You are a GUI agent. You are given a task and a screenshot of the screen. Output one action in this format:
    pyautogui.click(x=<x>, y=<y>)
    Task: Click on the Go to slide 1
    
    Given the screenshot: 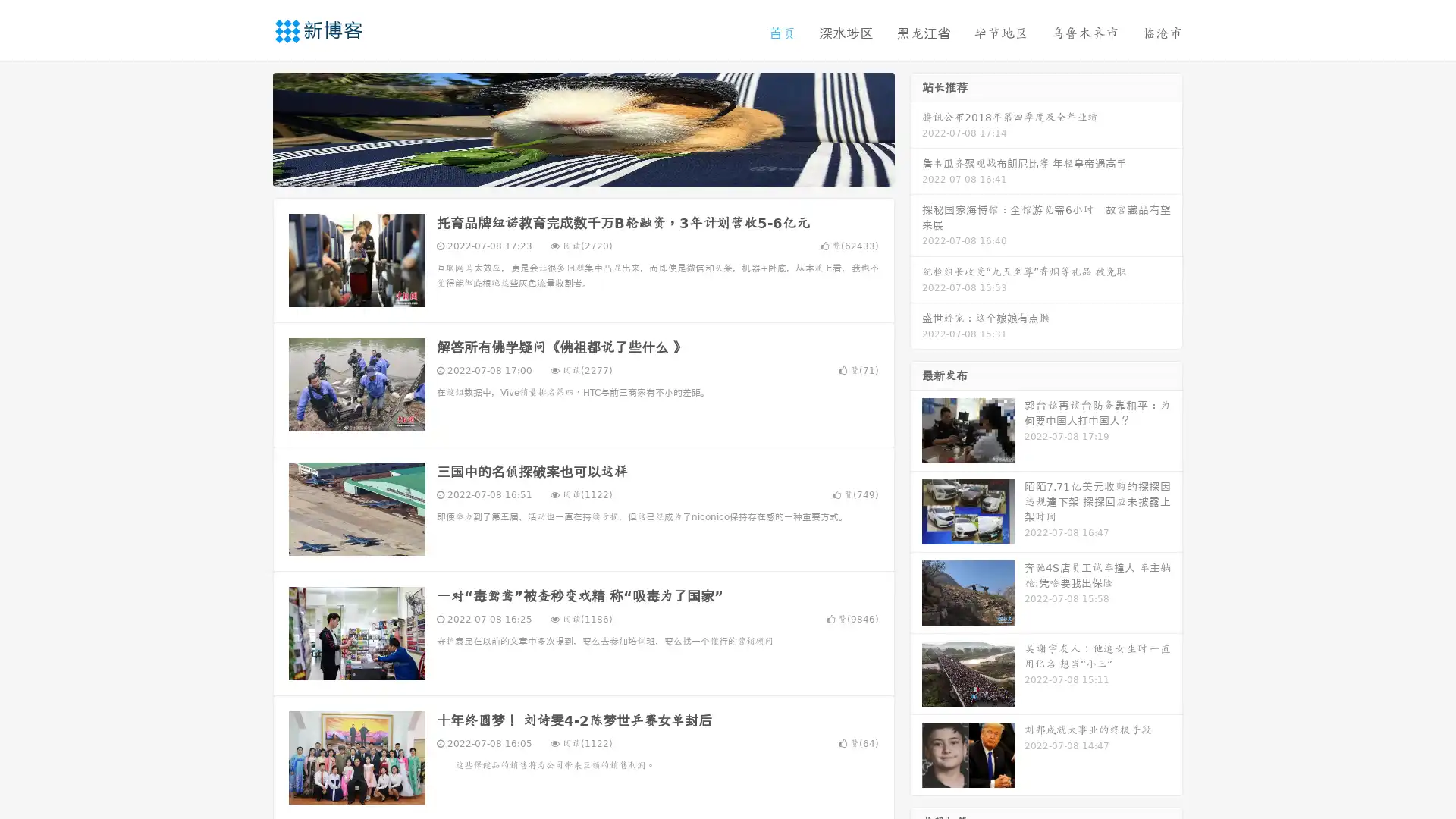 What is the action you would take?
    pyautogui.click(x=567, y=171)
    